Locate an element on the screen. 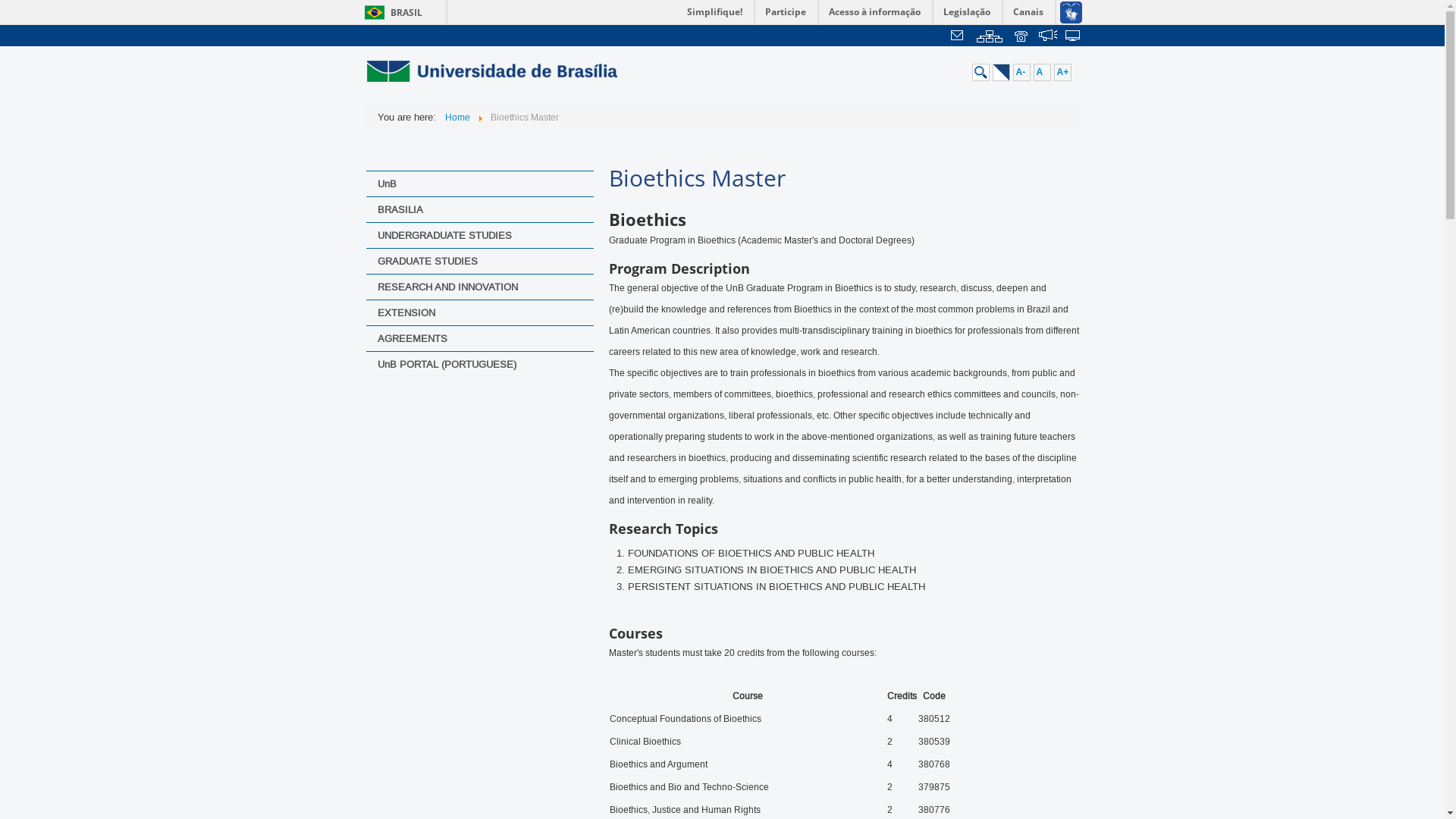 The image size is (1456, 819). 'A+' is located at coordinates (1062, 72).